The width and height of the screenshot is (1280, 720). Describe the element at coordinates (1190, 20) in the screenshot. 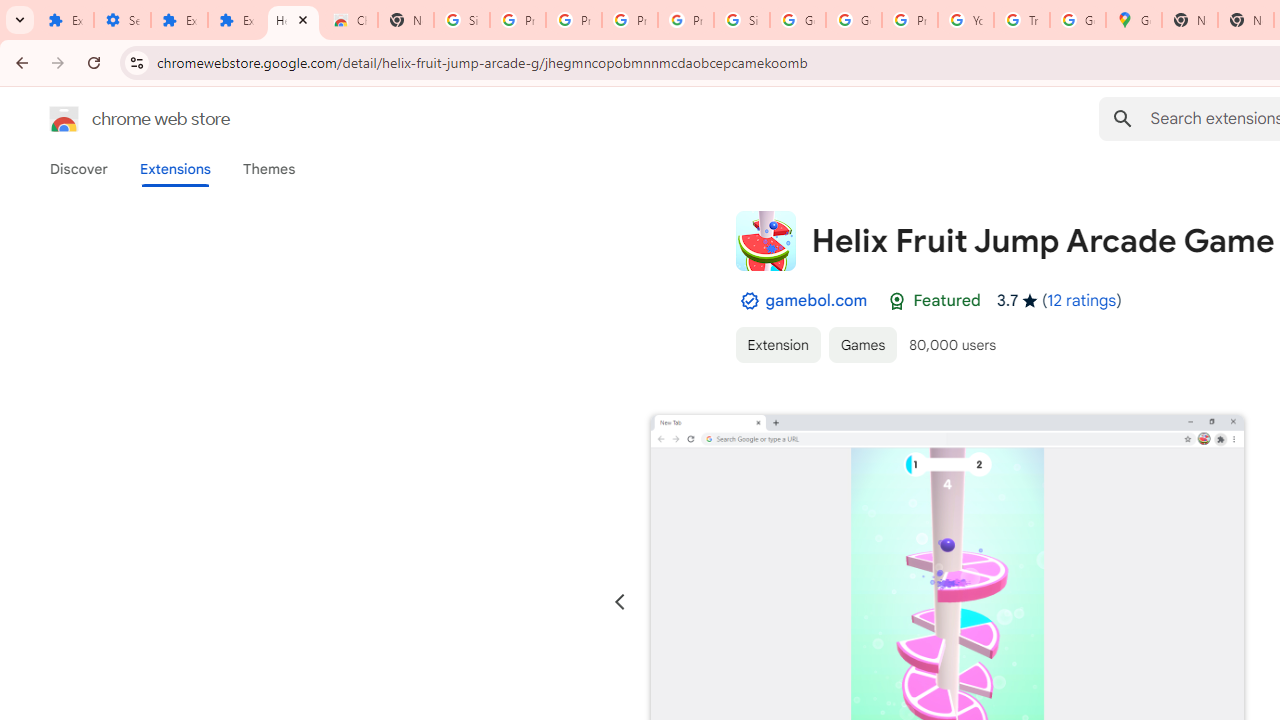

I see `'New Tab'` at that location.